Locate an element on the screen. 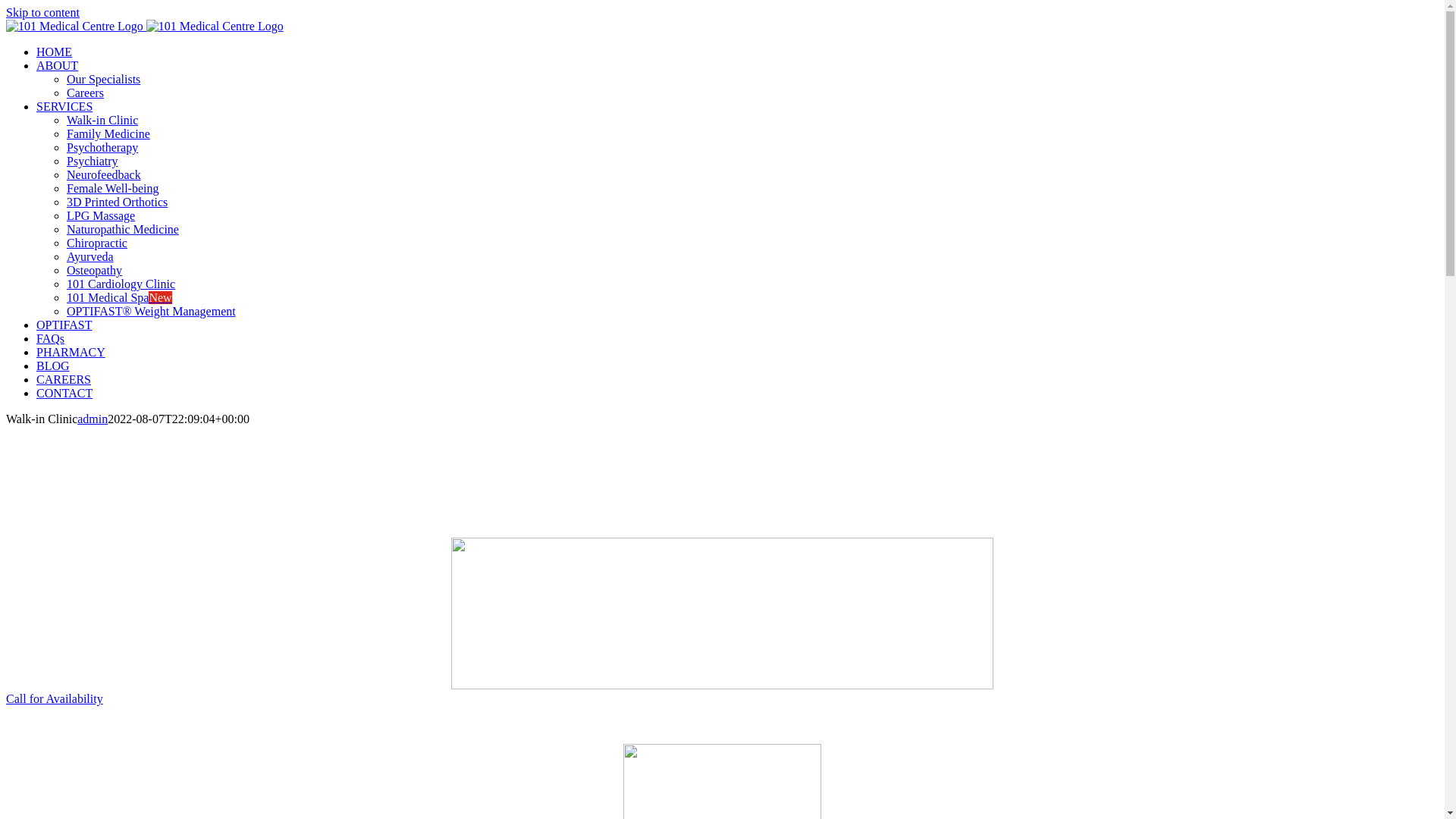  'Osteopathy' is located at coordinates (93, 269).